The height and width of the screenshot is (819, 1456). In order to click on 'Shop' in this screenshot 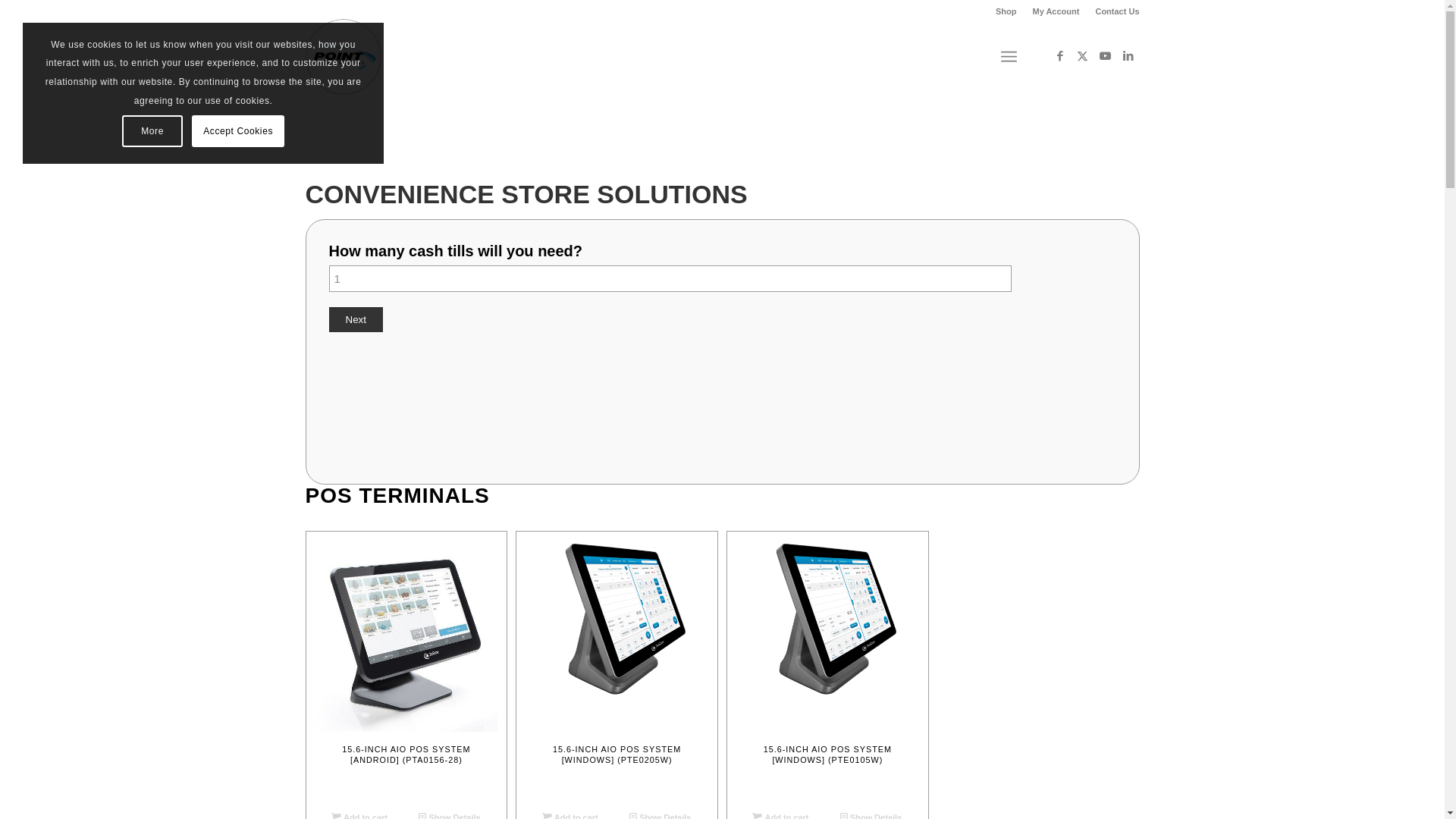, I will do `click(1006, 11)`.